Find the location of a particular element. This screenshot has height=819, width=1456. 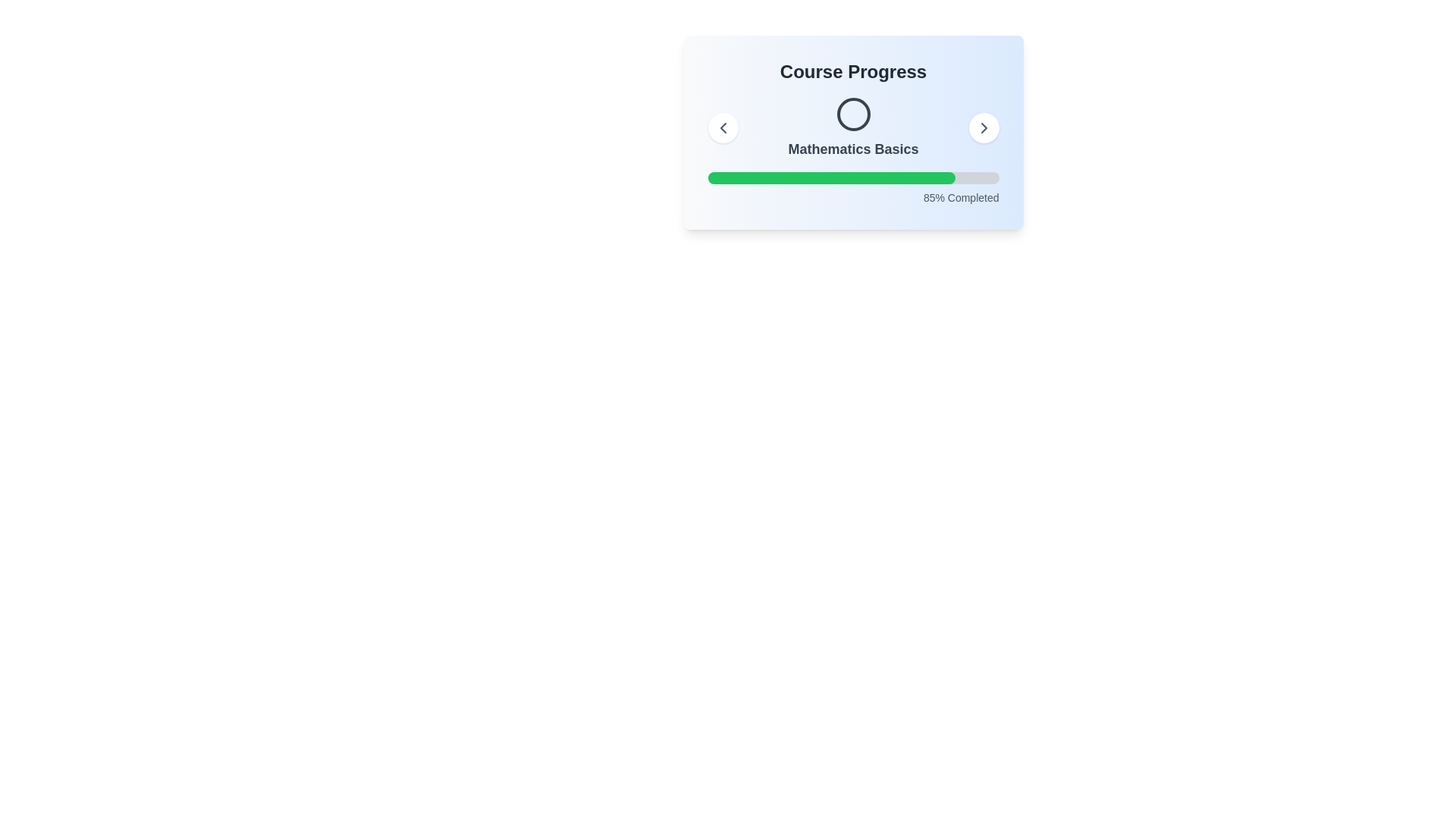

the circle icon representing the 'Mathematics Basics' title in the Course Progress section is located at coordinates (853, 127).